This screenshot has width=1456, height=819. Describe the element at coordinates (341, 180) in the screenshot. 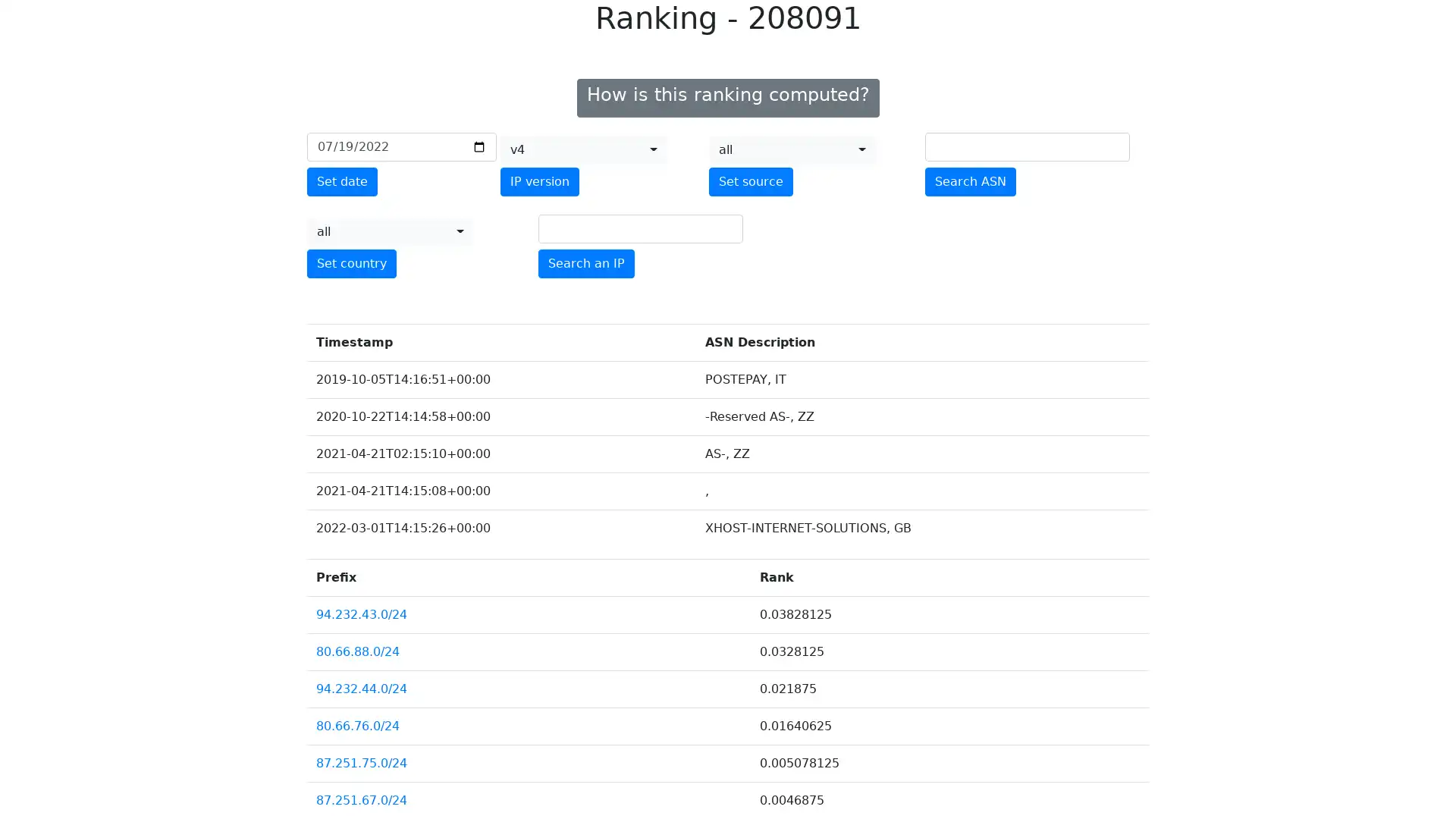

I see `Set date` at that location.